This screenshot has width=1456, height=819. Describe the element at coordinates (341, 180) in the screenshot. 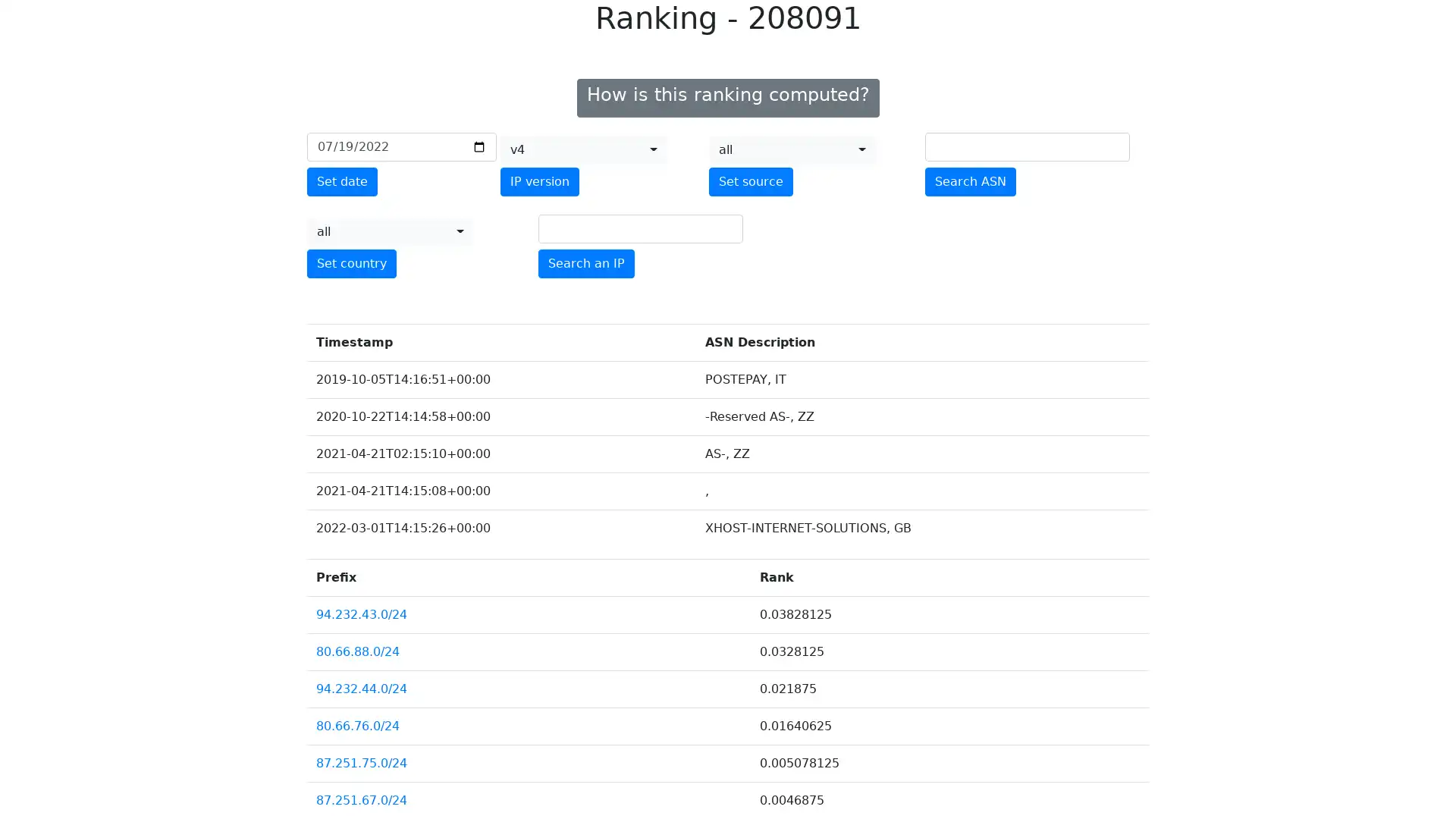

I see `Set date` at that location.